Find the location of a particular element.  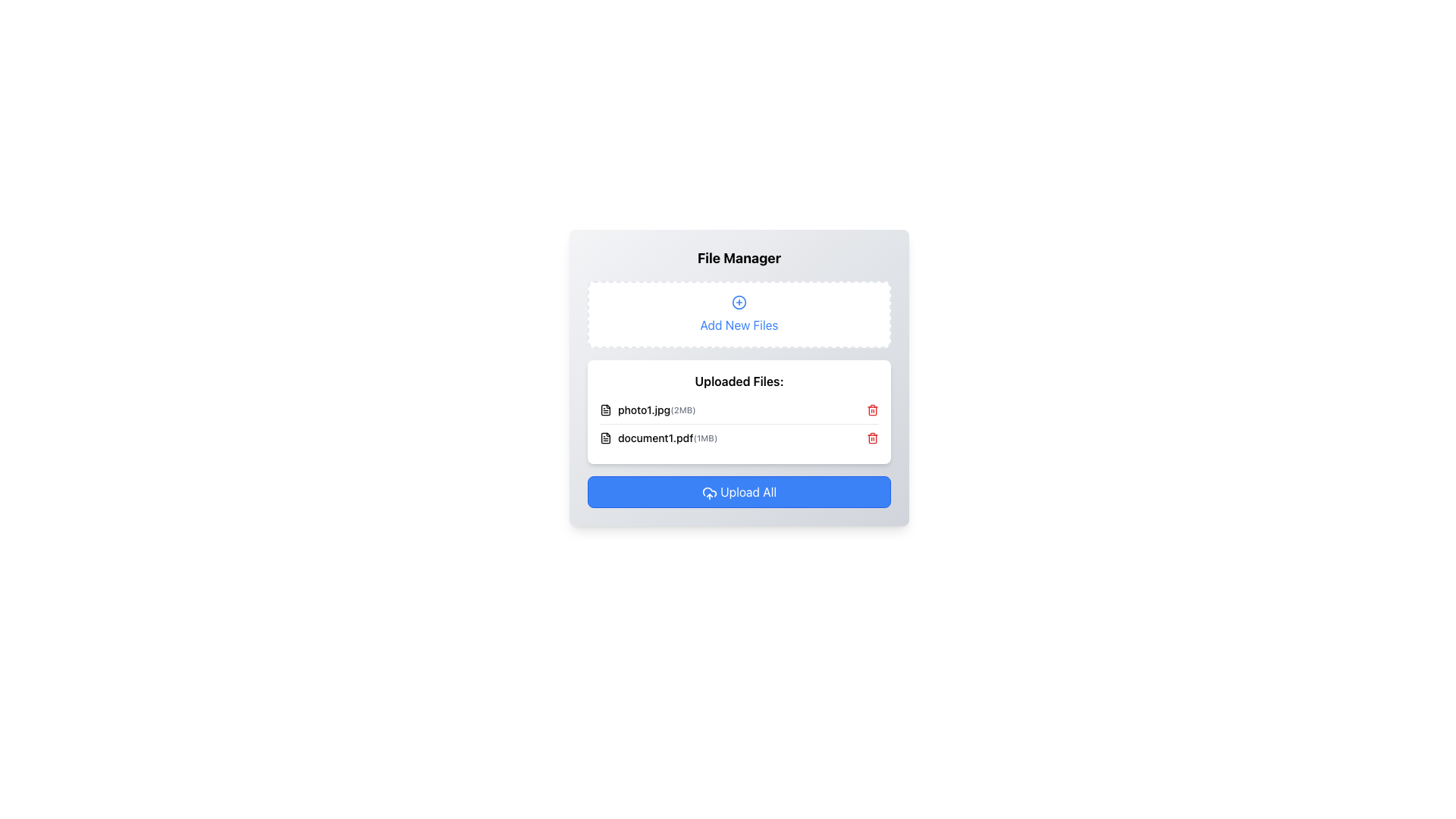

the cloud icon with an upward arrow located to the left of the 'Upload All' button is located at coordinates (709, 493).